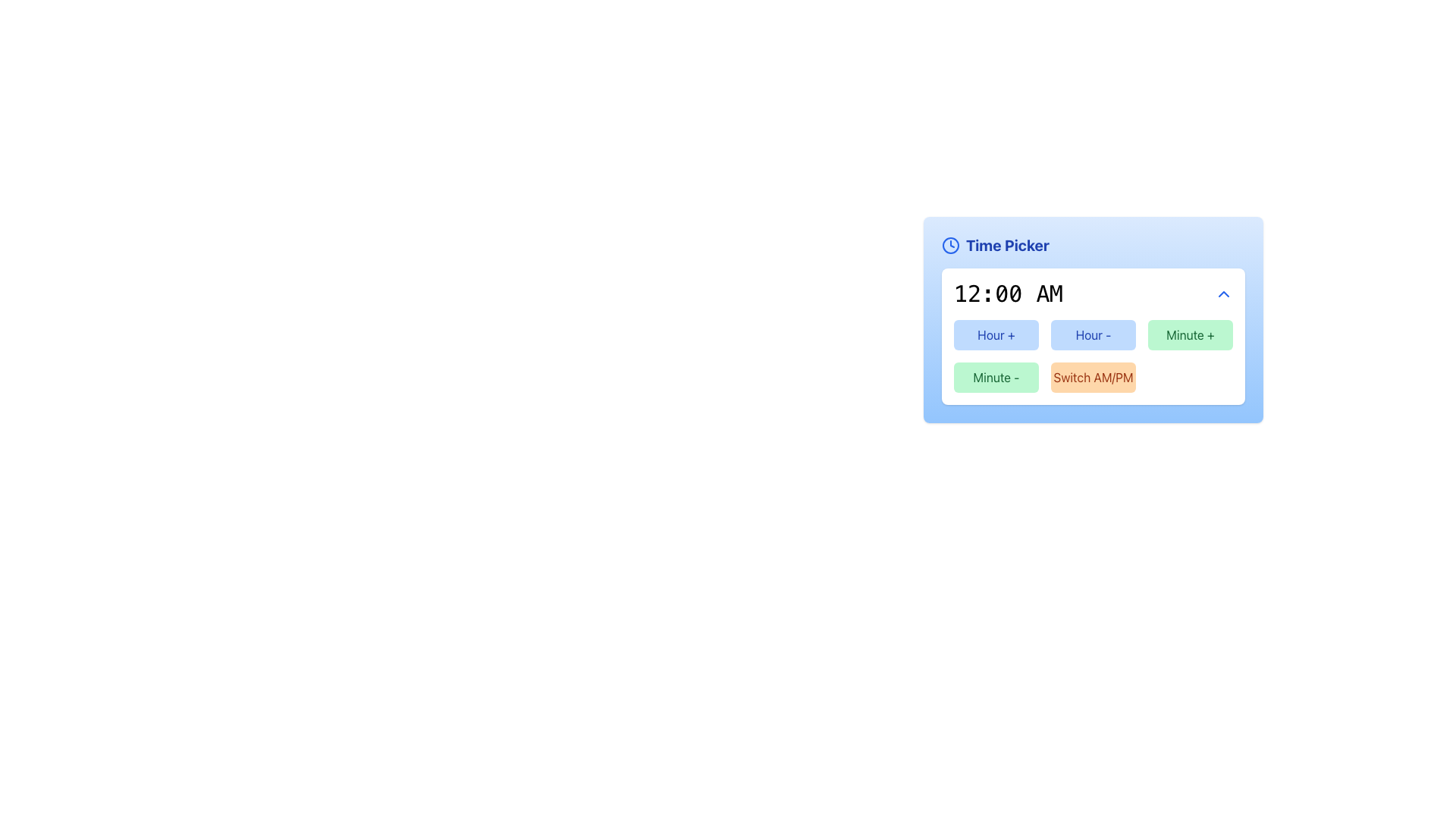 The width and height of the screenshot is (1456, 819). What do you see at coordinates (1093, 334) in the screenshot?
I see `the light blue button labeled 'Hour -' in the time picker interface` at bounding box center [1093, 334].